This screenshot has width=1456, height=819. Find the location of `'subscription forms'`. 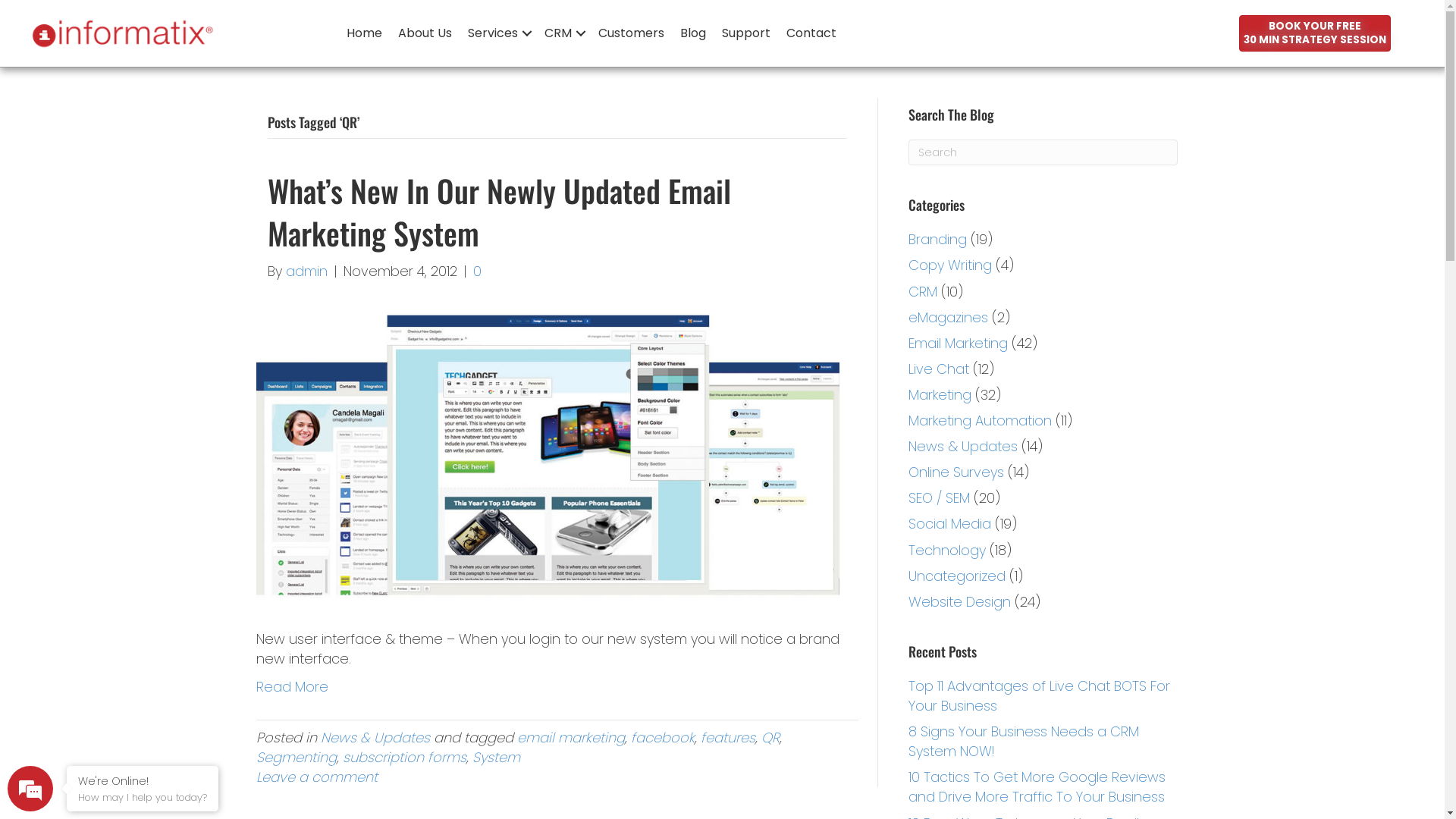

'subscription forms' is located at coordinates (404, 757).